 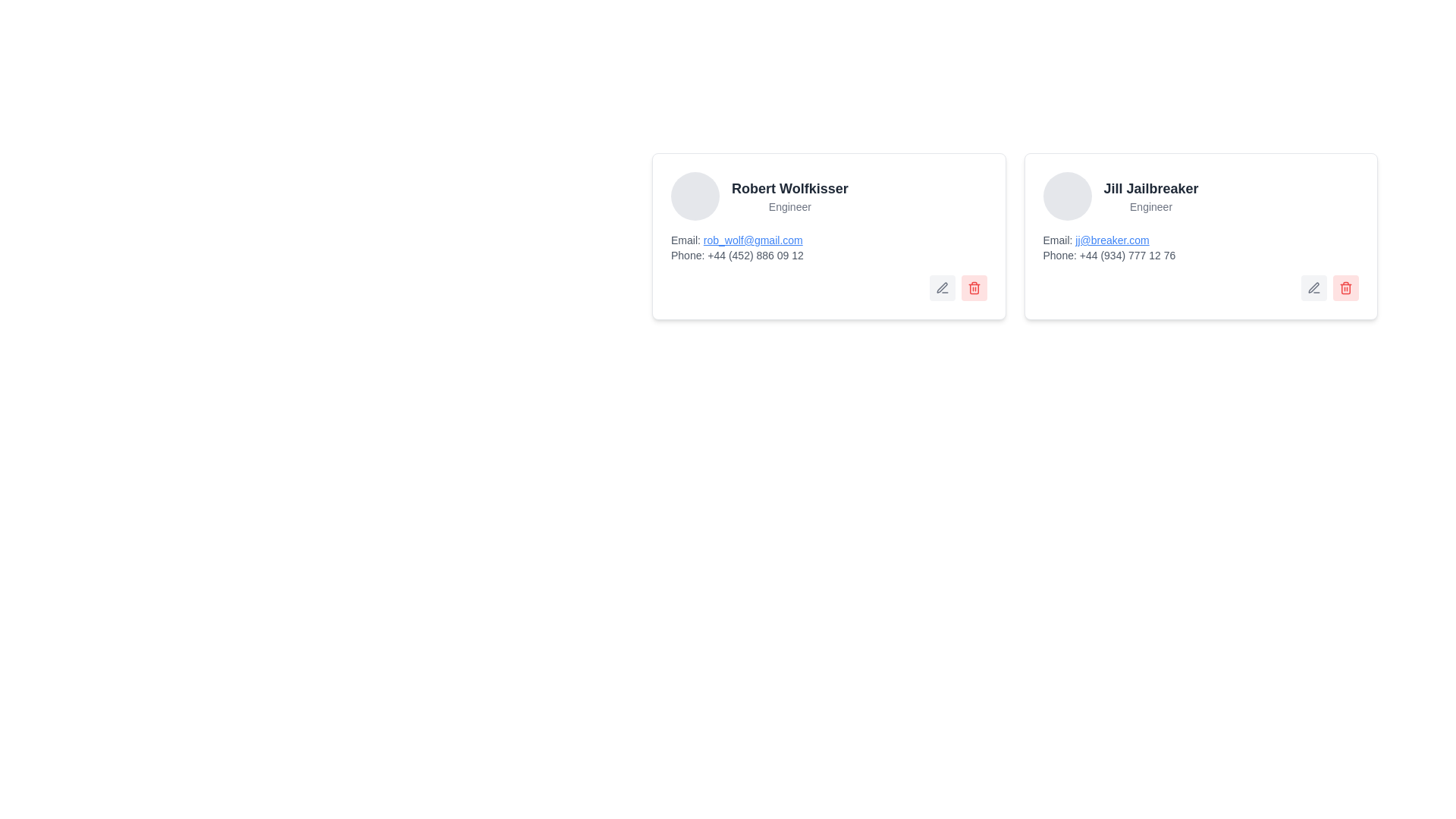 I want to click on the delete button with a trash can icon located at the bottom-right corner of the card labeled 'Jill Jailbreaker' to change its background color, so click(x=1346, y=288).